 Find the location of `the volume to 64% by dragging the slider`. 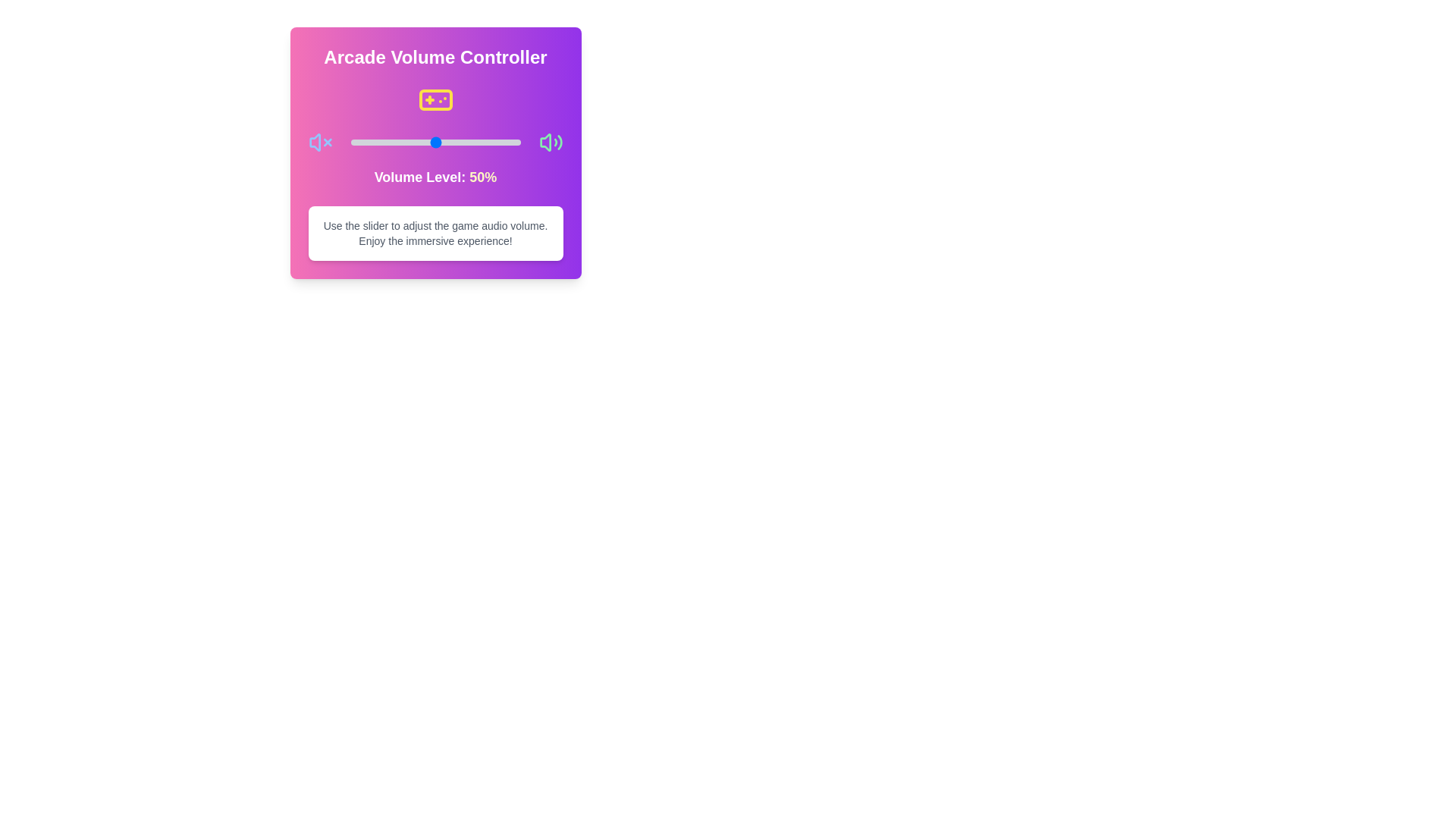

the volume to 64% by dragging the slider is located at coordinates (458, 143).